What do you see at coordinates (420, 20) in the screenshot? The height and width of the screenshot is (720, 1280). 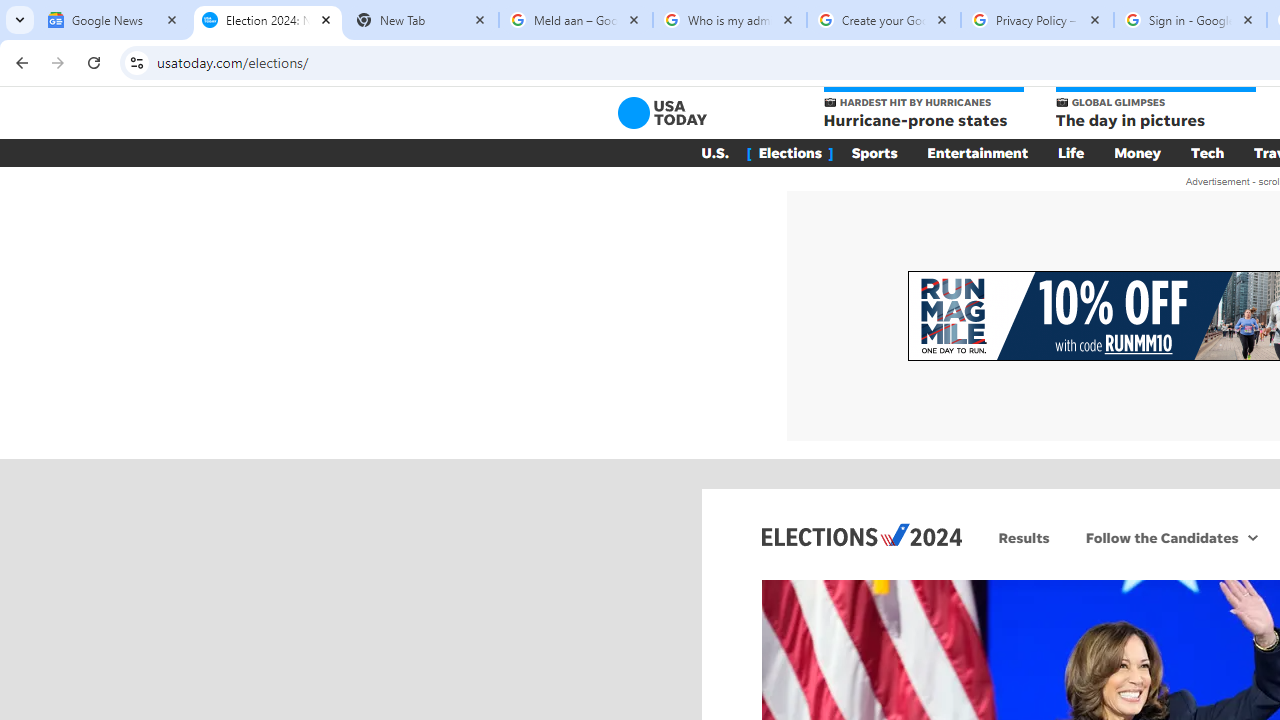 I see `'New Tab'` at bounding box center [420, 20].